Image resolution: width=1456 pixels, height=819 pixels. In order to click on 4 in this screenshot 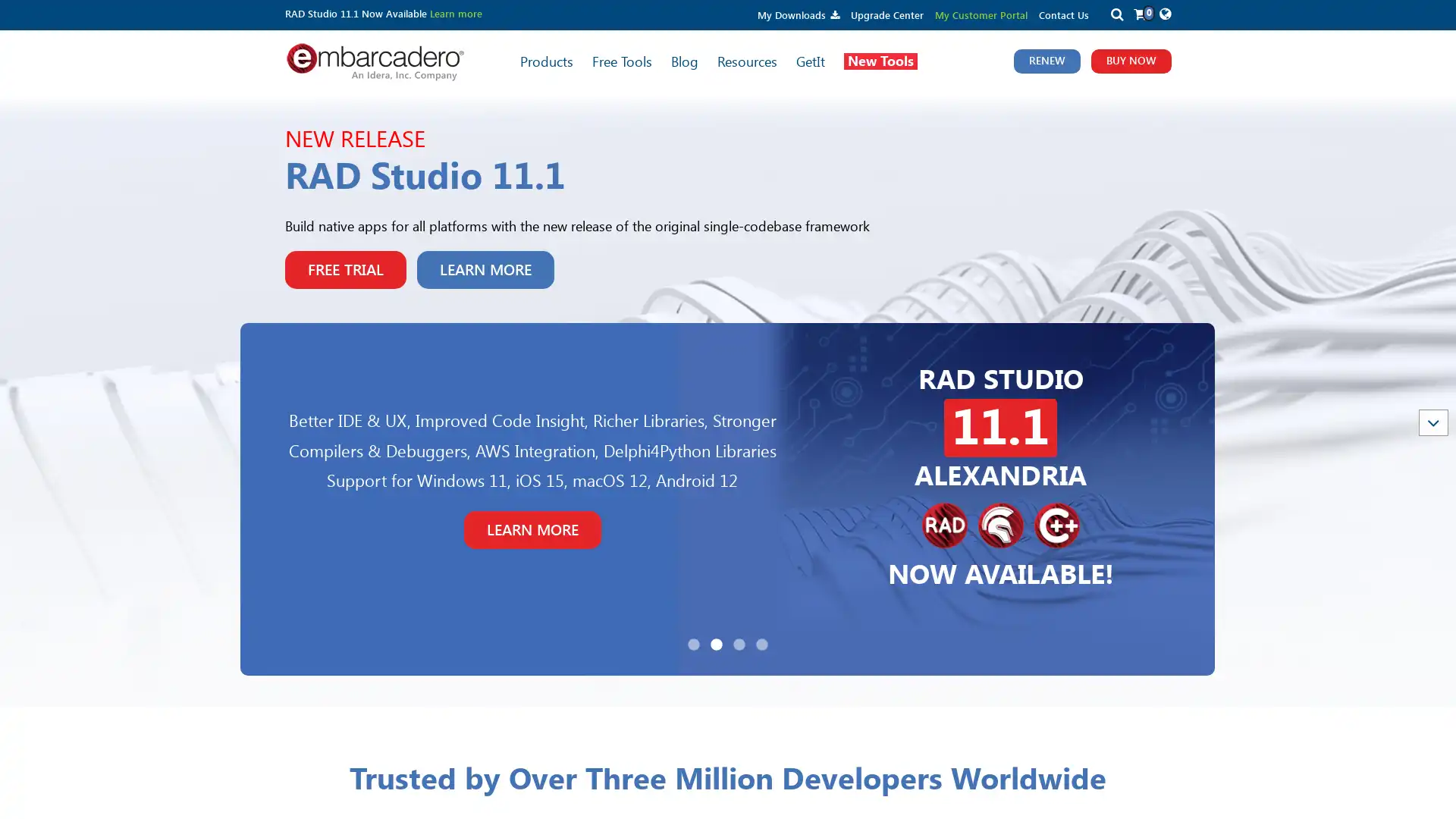, I will do `click(761, 644)`.